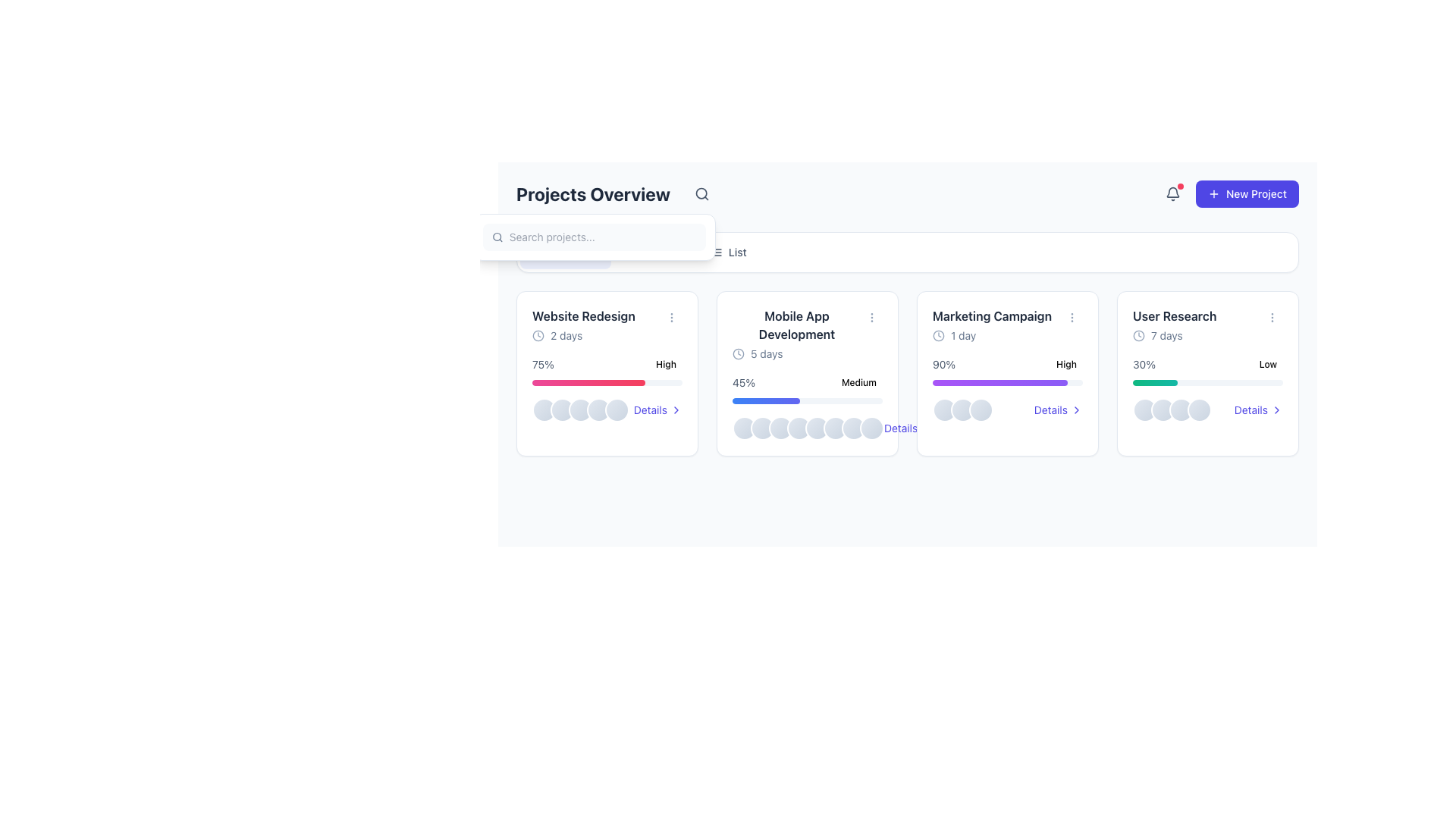 Image resolution: width=1456 pixels, height=819 pixels. I want to click on the second circular avatar-like icon with a gradient background, located below the text 'Marketing Campaign' in the project summary grid, so click(962, 409).